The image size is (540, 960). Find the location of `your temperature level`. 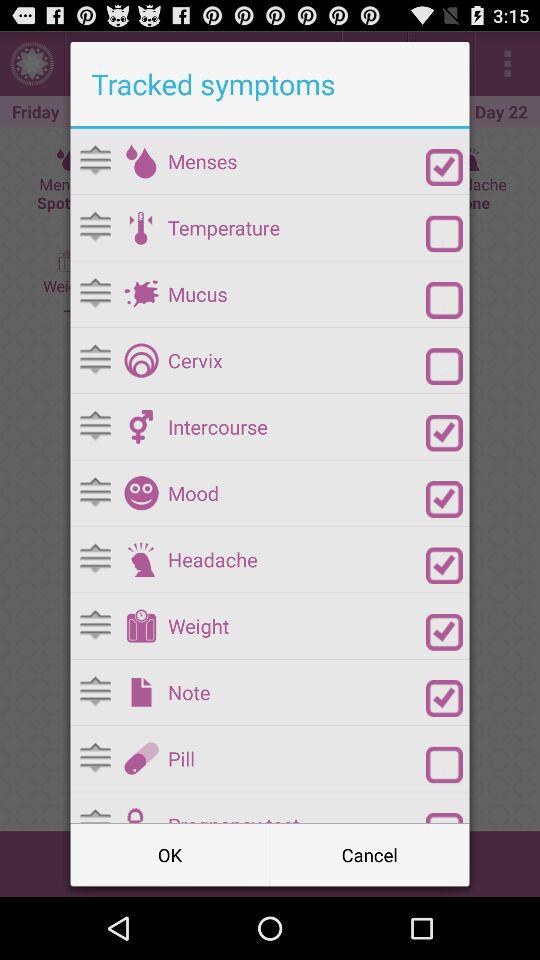

your temperature level is located at coordinates (140, 227).